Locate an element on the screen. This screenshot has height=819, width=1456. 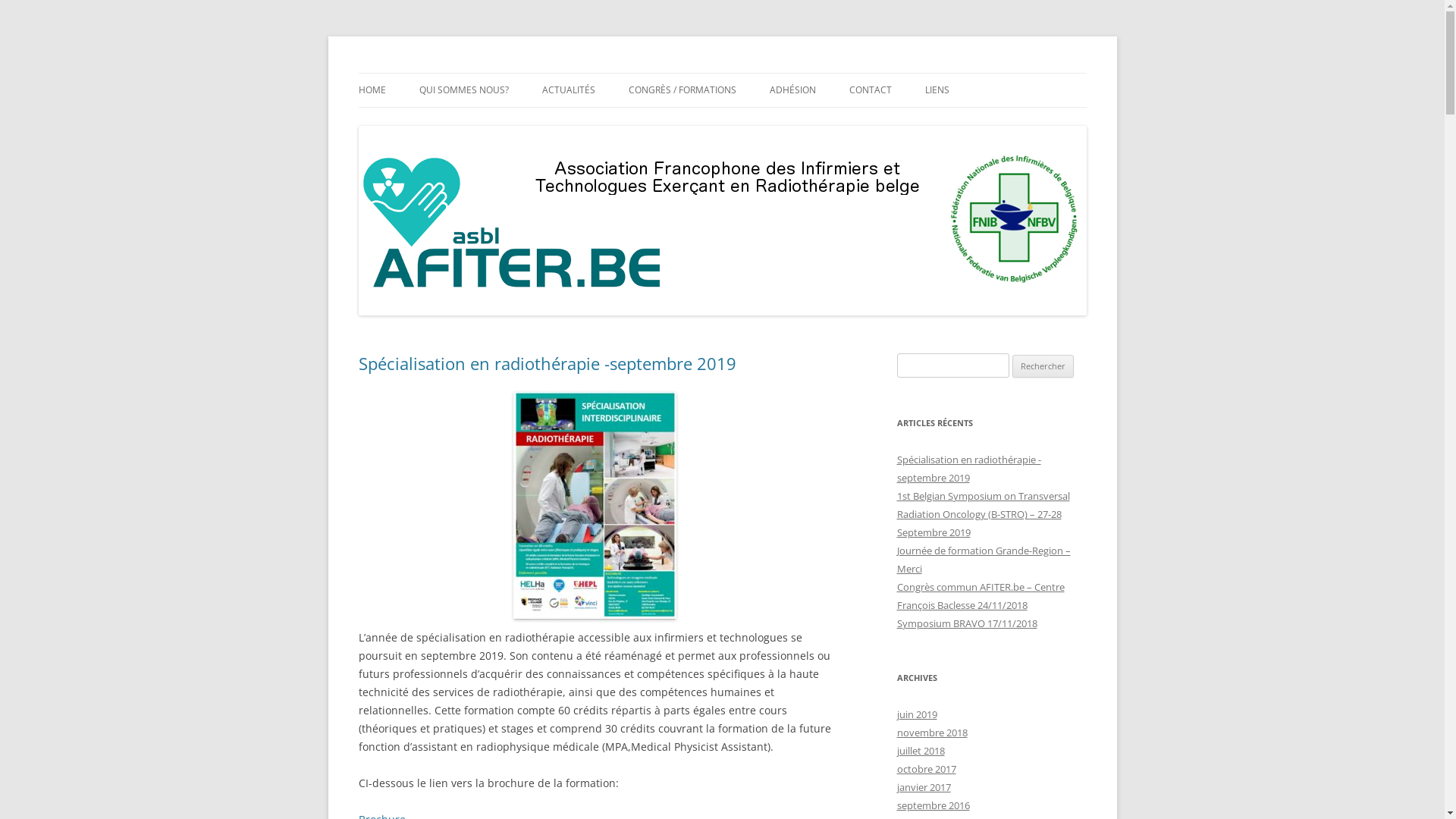
'POURQUOI DEVENIR MEMBRE?' is located at coordinates (843, 121).